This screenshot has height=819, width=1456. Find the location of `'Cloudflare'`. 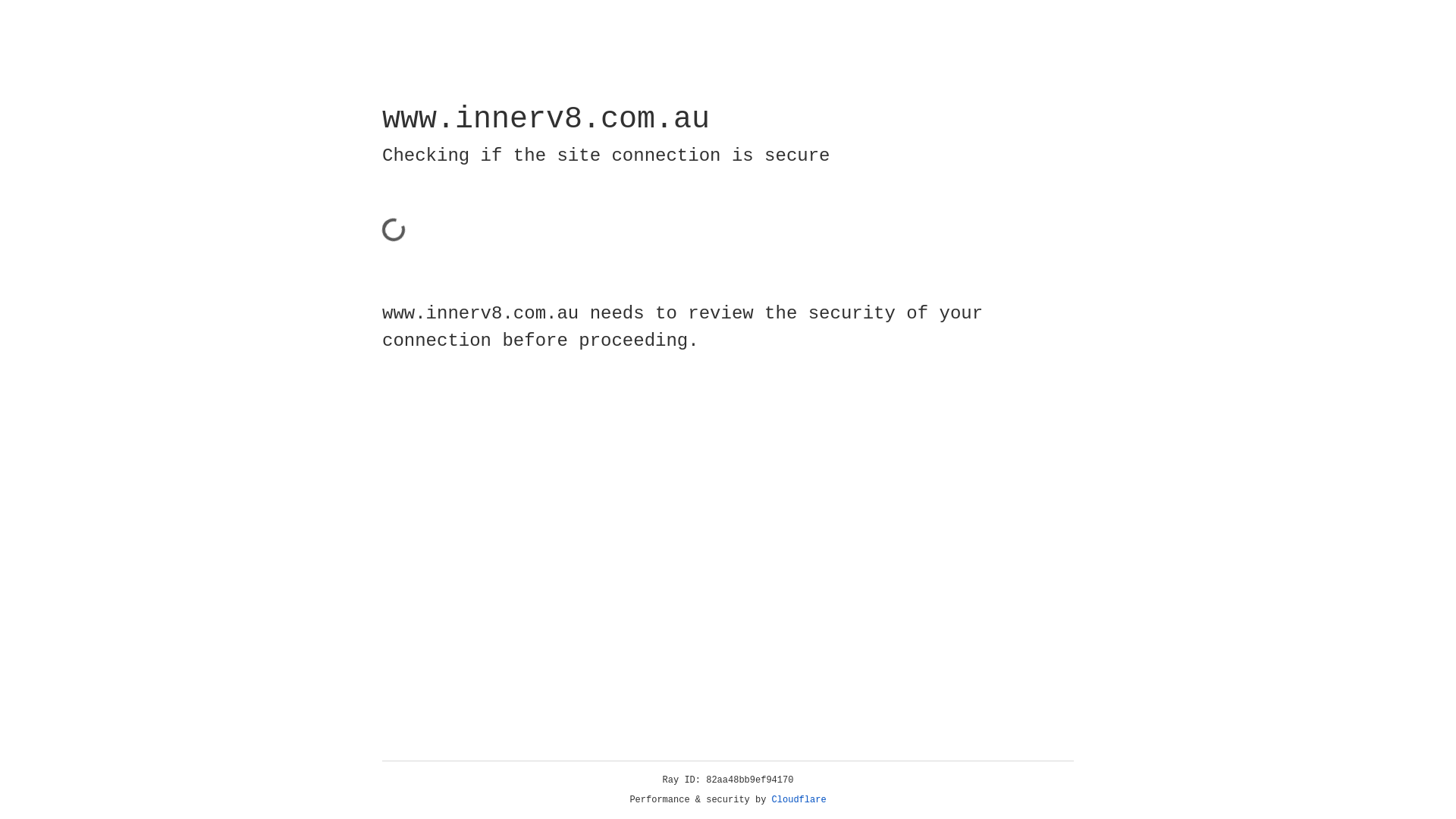

'Cloudflare' is located at coordinates (799, 799).